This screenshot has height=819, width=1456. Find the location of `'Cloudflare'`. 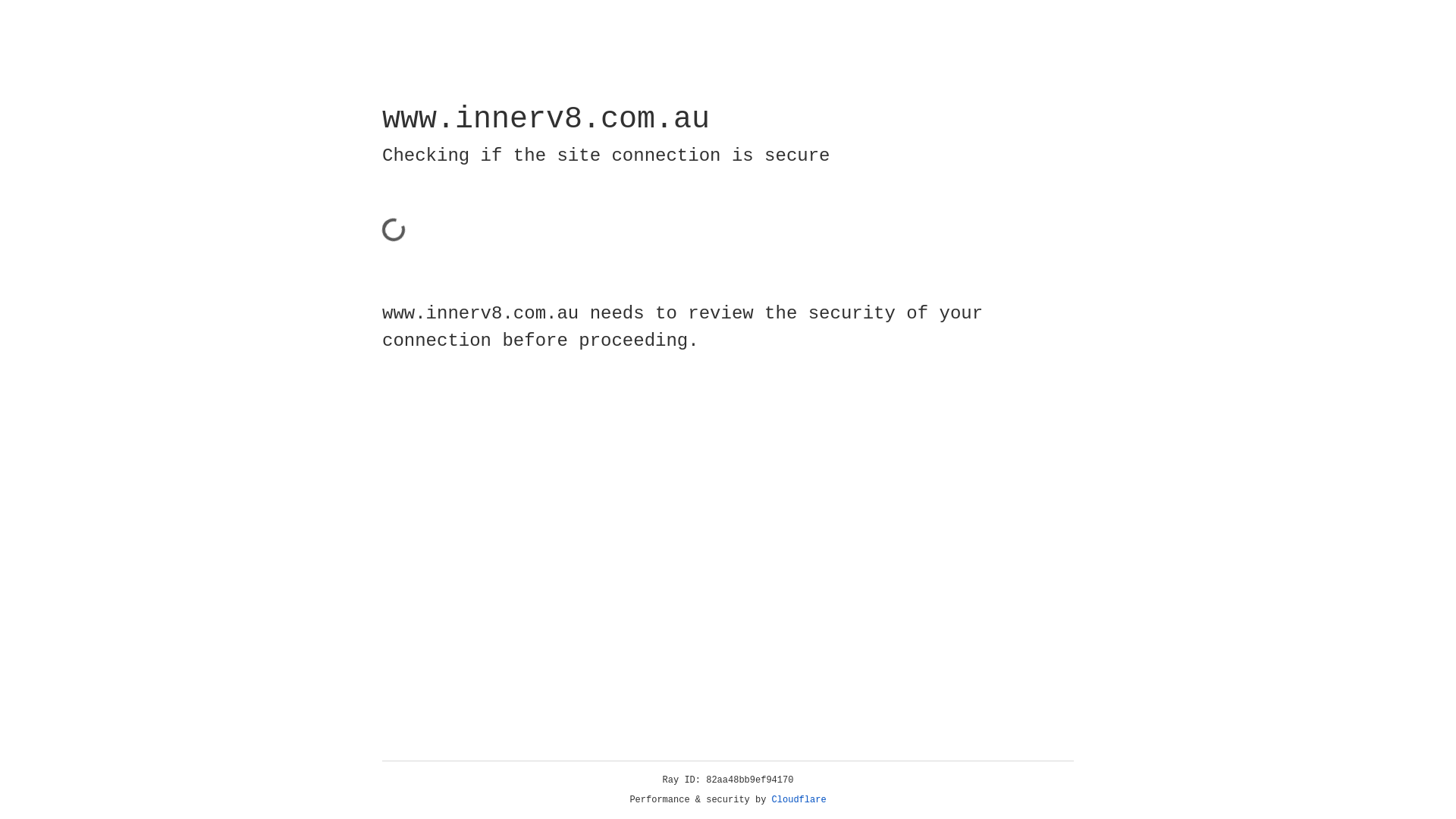

'Cloudflare' is located at coordinates (799, 799).